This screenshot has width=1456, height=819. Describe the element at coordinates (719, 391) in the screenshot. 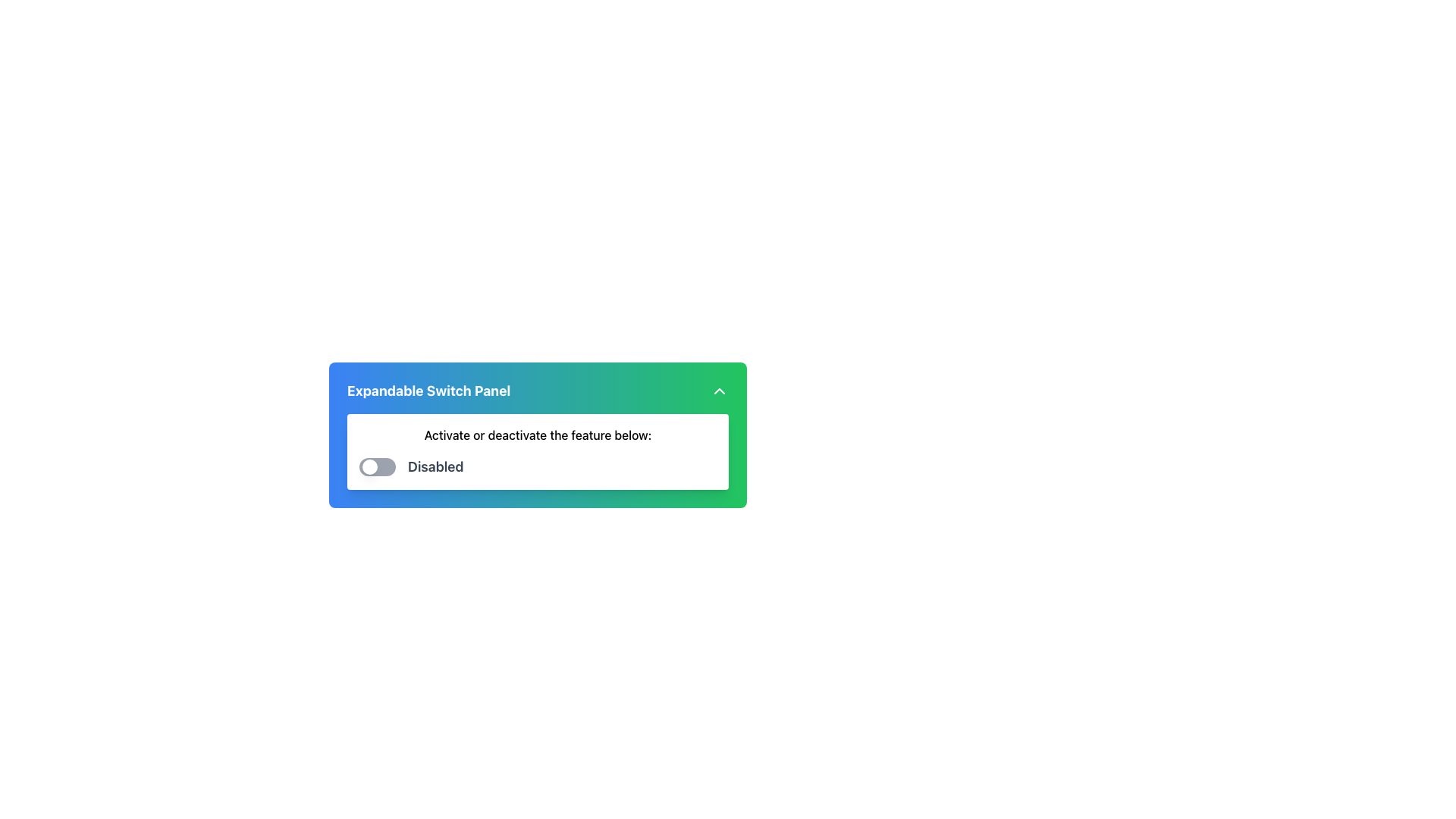

I see `the Chevron-Up icon located in the top-right corner of the 'Expandable Switch Panel' section` at that location.